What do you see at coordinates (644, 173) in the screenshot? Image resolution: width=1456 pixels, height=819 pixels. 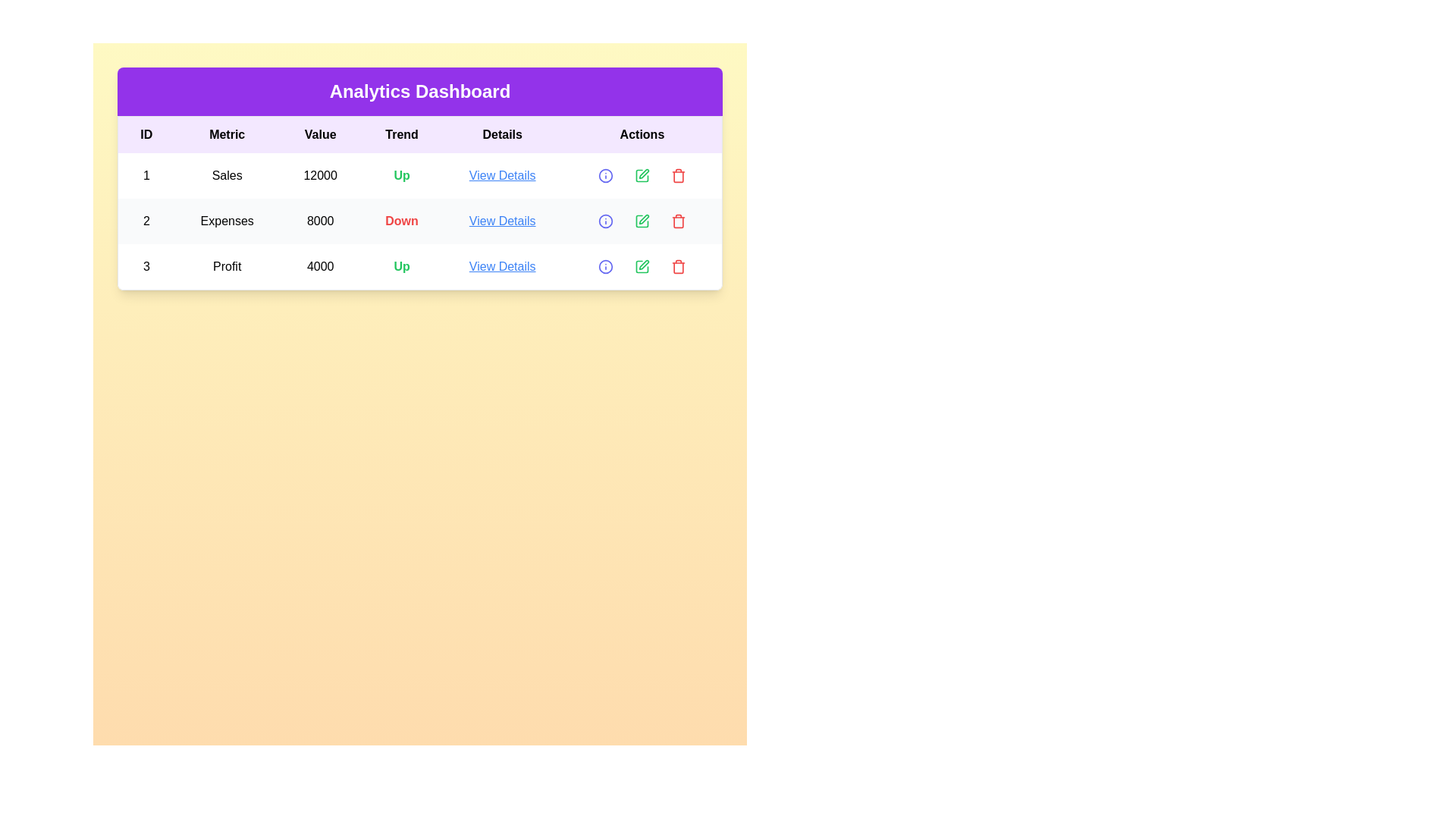 I see `the 'Edit' button icon in the third row of the 'Actions' column` at bounding box center [644, 173].